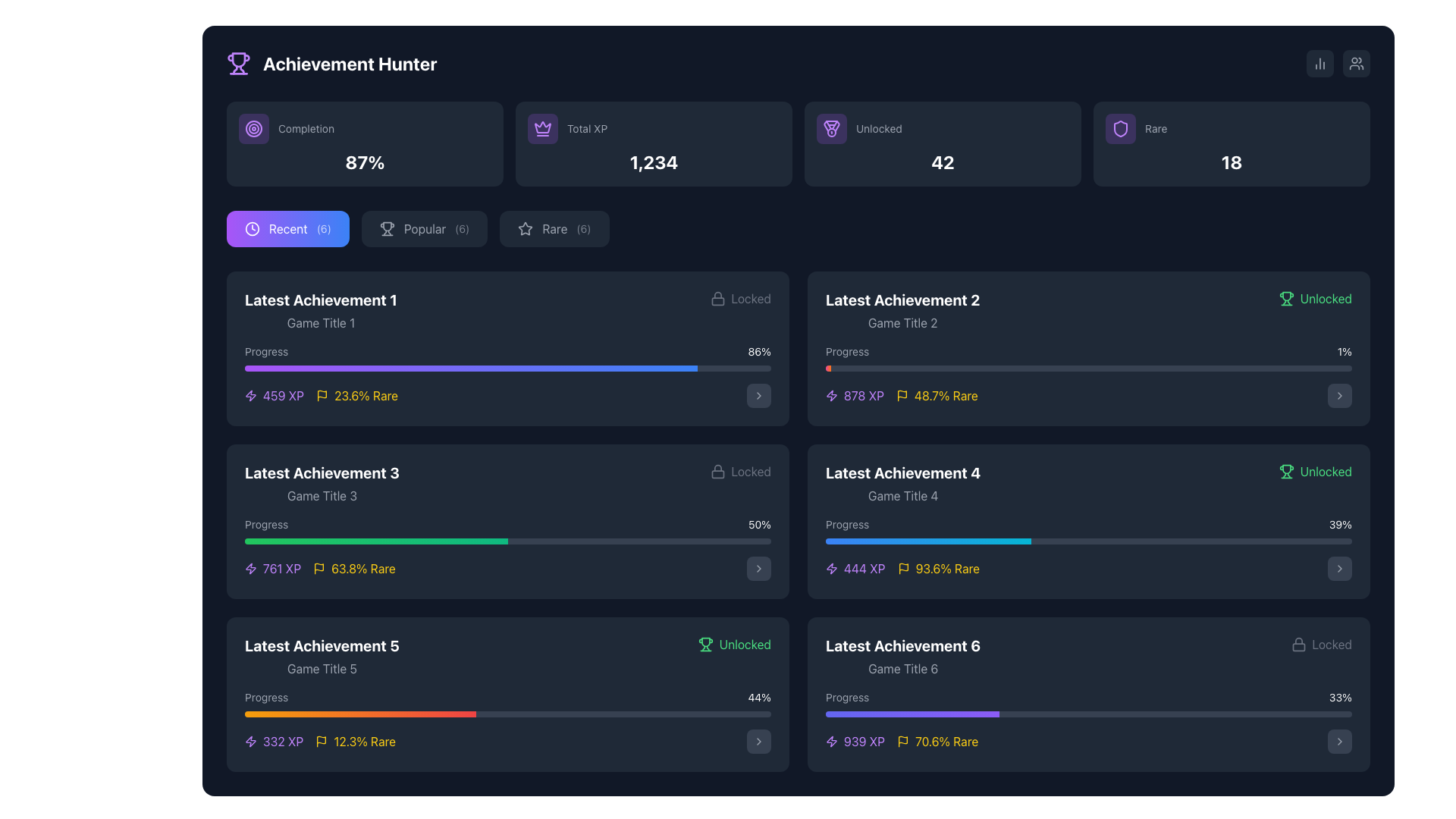 The height and width of the screenshot is (819, 1456). I want to click on the title text label indicating the name or identifier of an achievement located at the top of the second card on the right side of the layout, above 'Game Title 2', so click(902, 300).